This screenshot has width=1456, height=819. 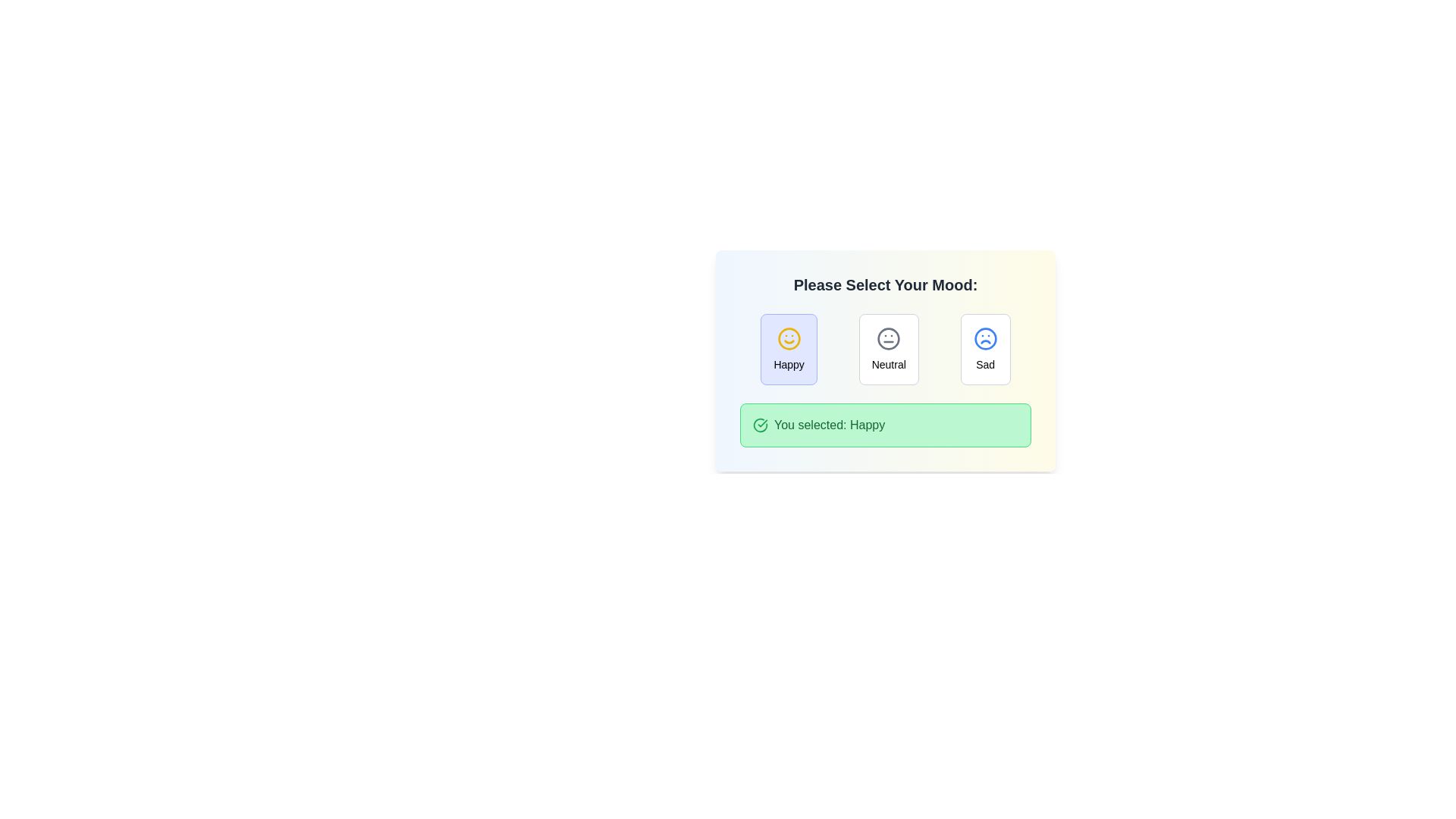 What do you see at coordinates (761, 425) in the screenshot?
I see `the green circular check mark icon located within the green notification box beside the text 'You selected: Happy' to interact with its underlying functionality` at bounding box center [761, 425].